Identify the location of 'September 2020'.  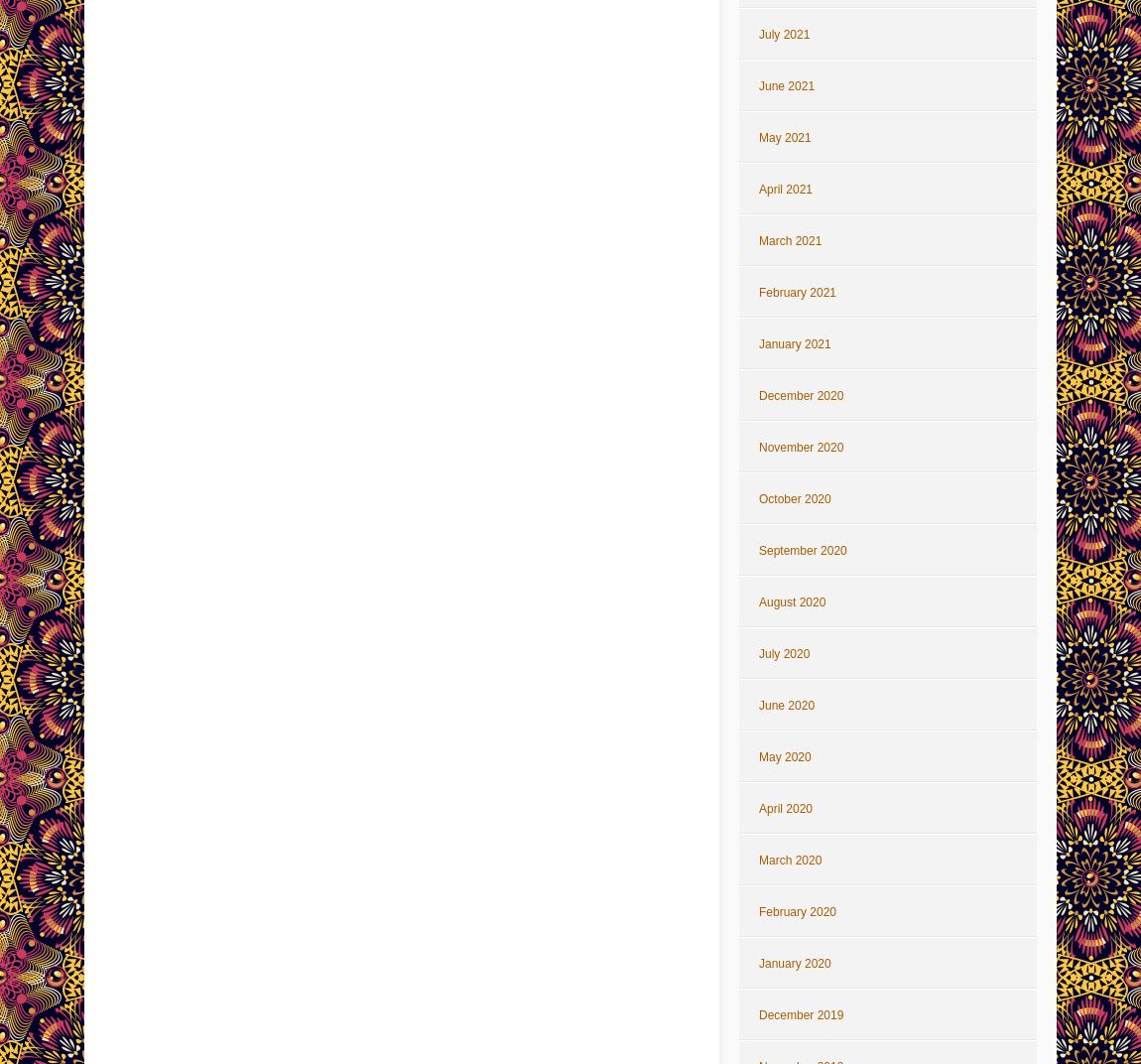
(802, 549).